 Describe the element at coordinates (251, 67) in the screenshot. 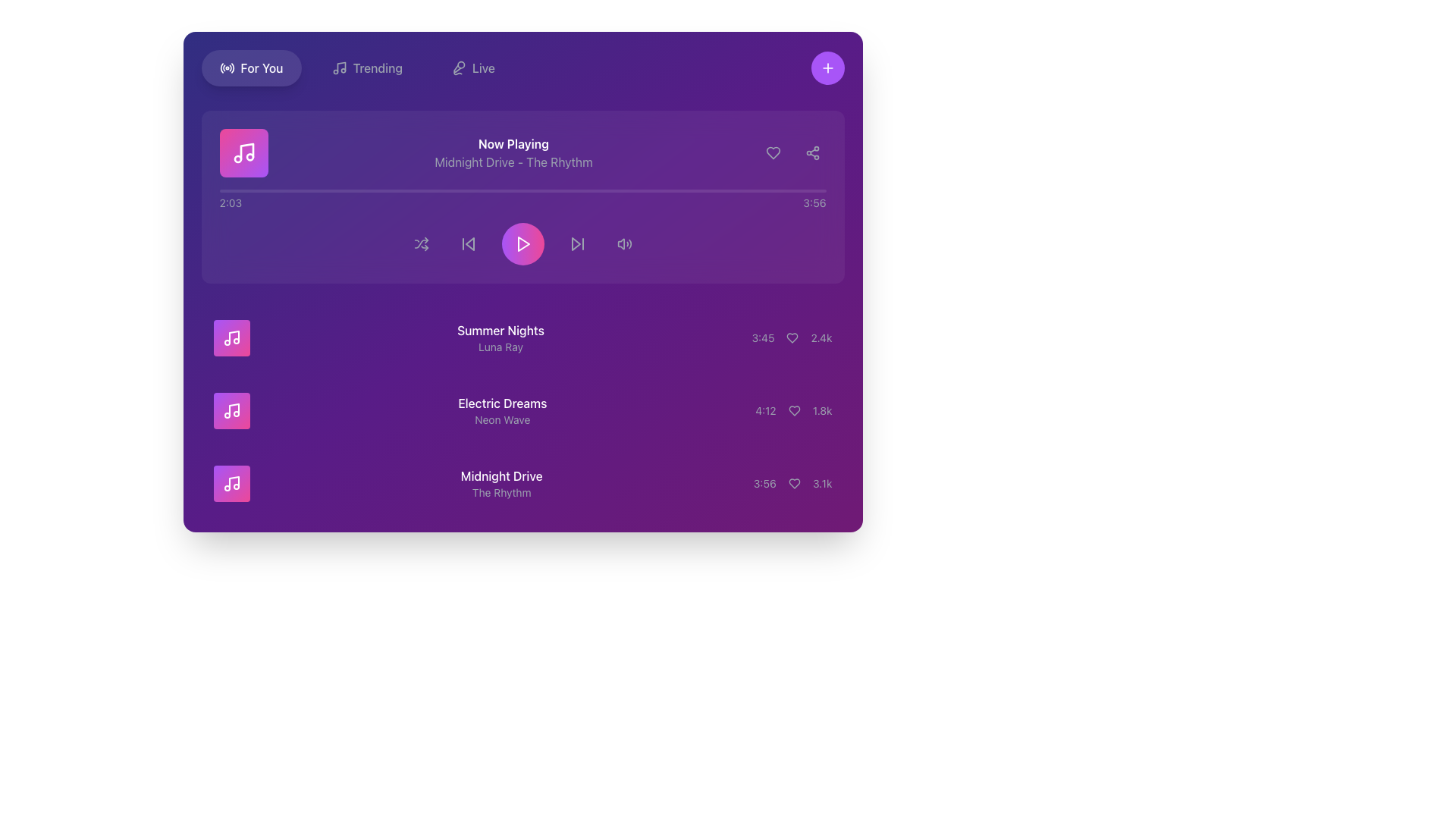

I see `the 'For You' button, which is the first button in a row of buttons, characterized by its rounded rectangular shape, light gray background, and white text with a radio signal icon` at that location.